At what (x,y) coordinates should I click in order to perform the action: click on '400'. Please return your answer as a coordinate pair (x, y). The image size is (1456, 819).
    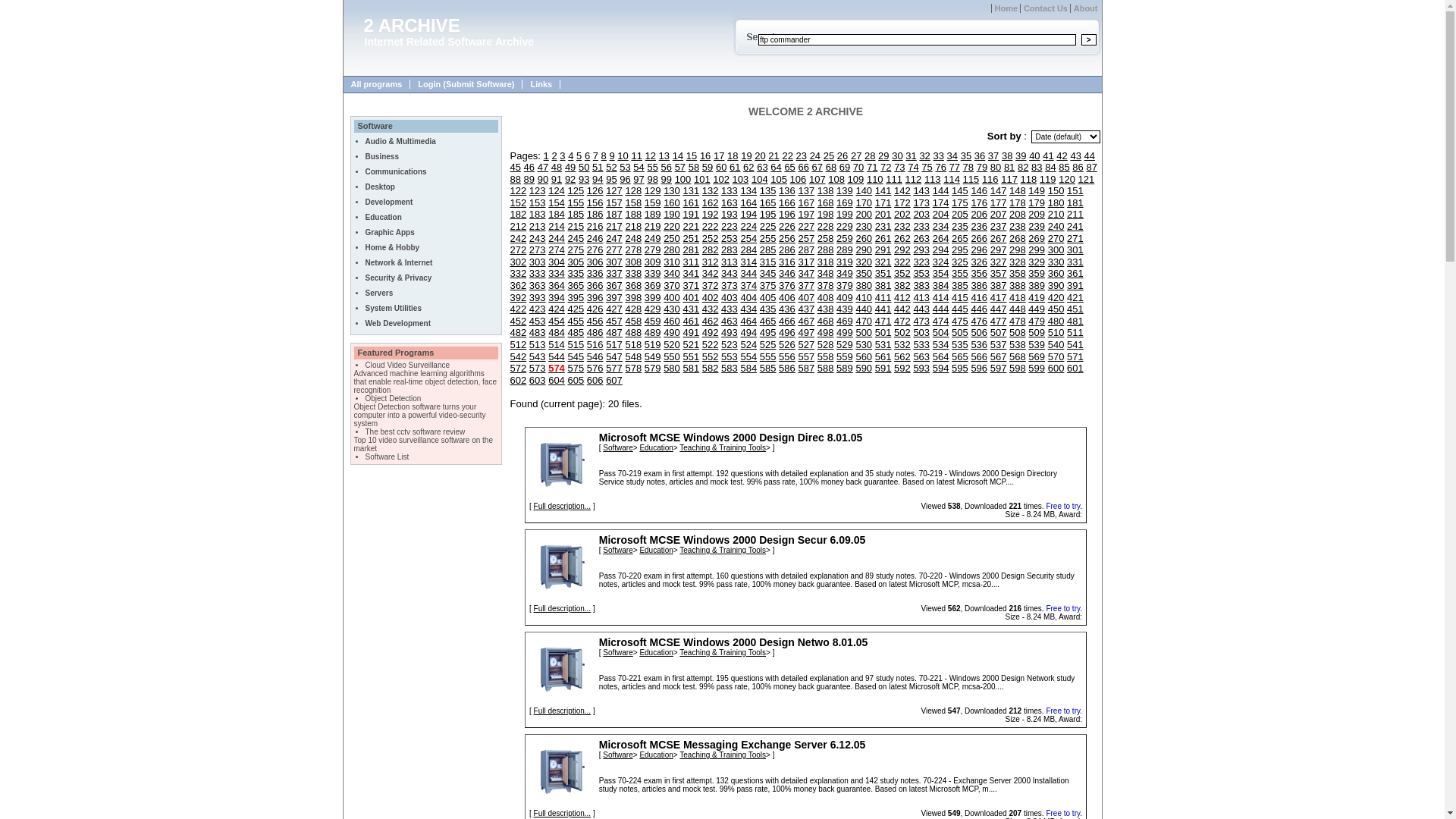
    Looking at the image, I should click on (671, 297).